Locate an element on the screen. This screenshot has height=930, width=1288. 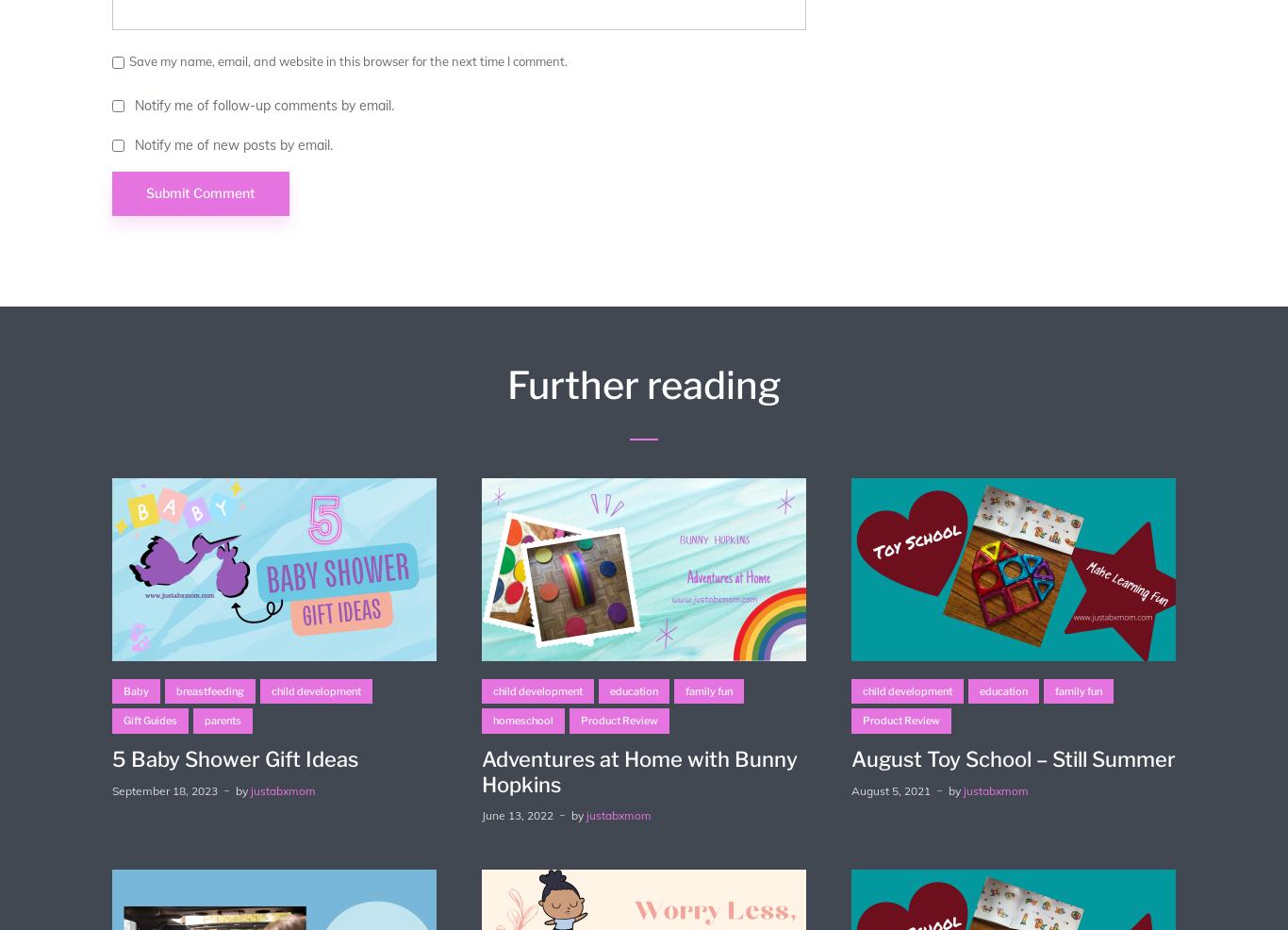
'5 Baby Shower Gift Ideas' is located at coordinates (110, 758).